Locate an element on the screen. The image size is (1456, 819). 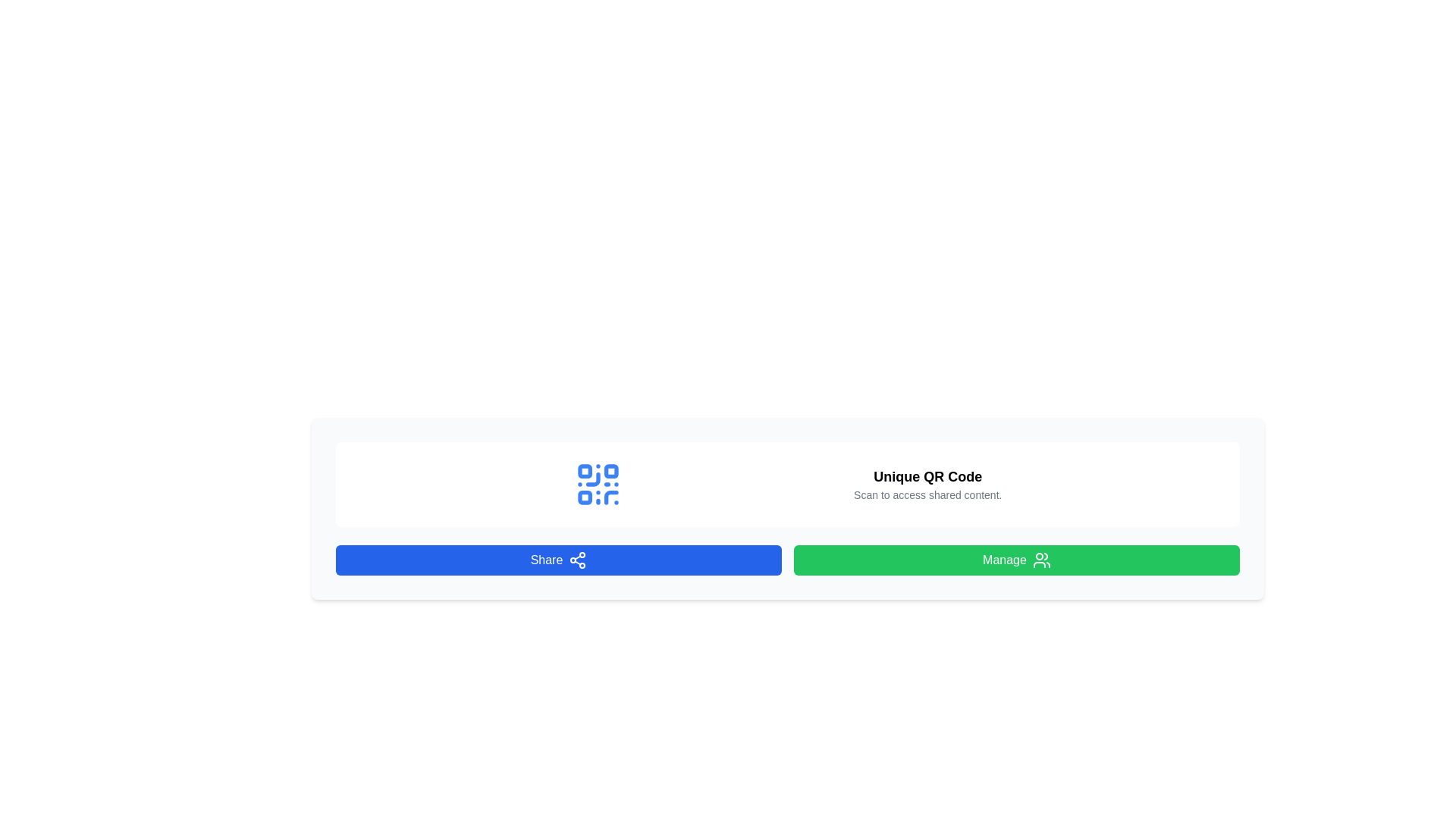
the second small square in the top row of the QR code icon, which is prominently displayed on the left side above the 'Share' and 'Manage' buttons is located at coordinates (610, 470).